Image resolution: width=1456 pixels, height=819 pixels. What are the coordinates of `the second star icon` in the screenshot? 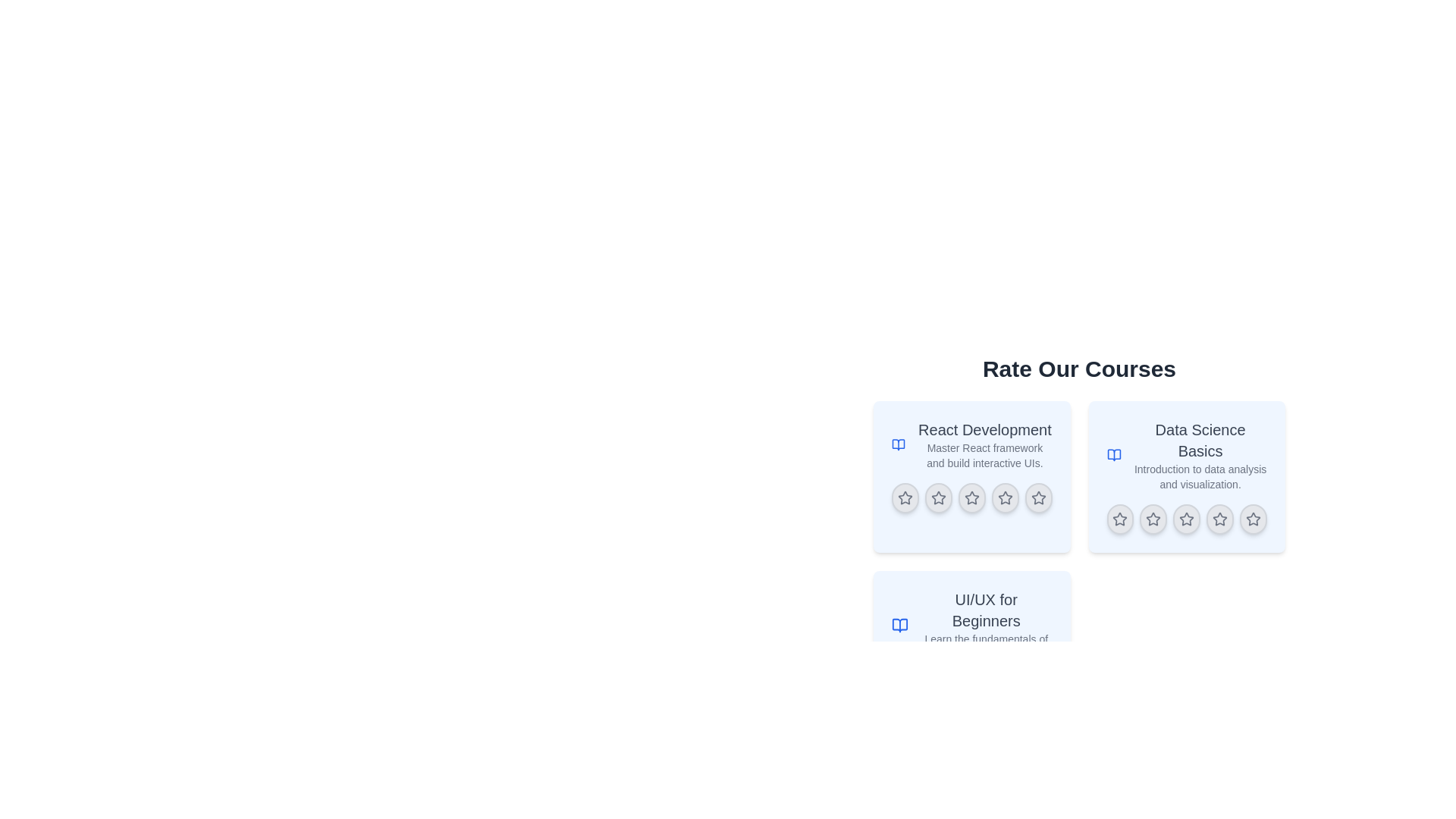 It's located at (937, 497).